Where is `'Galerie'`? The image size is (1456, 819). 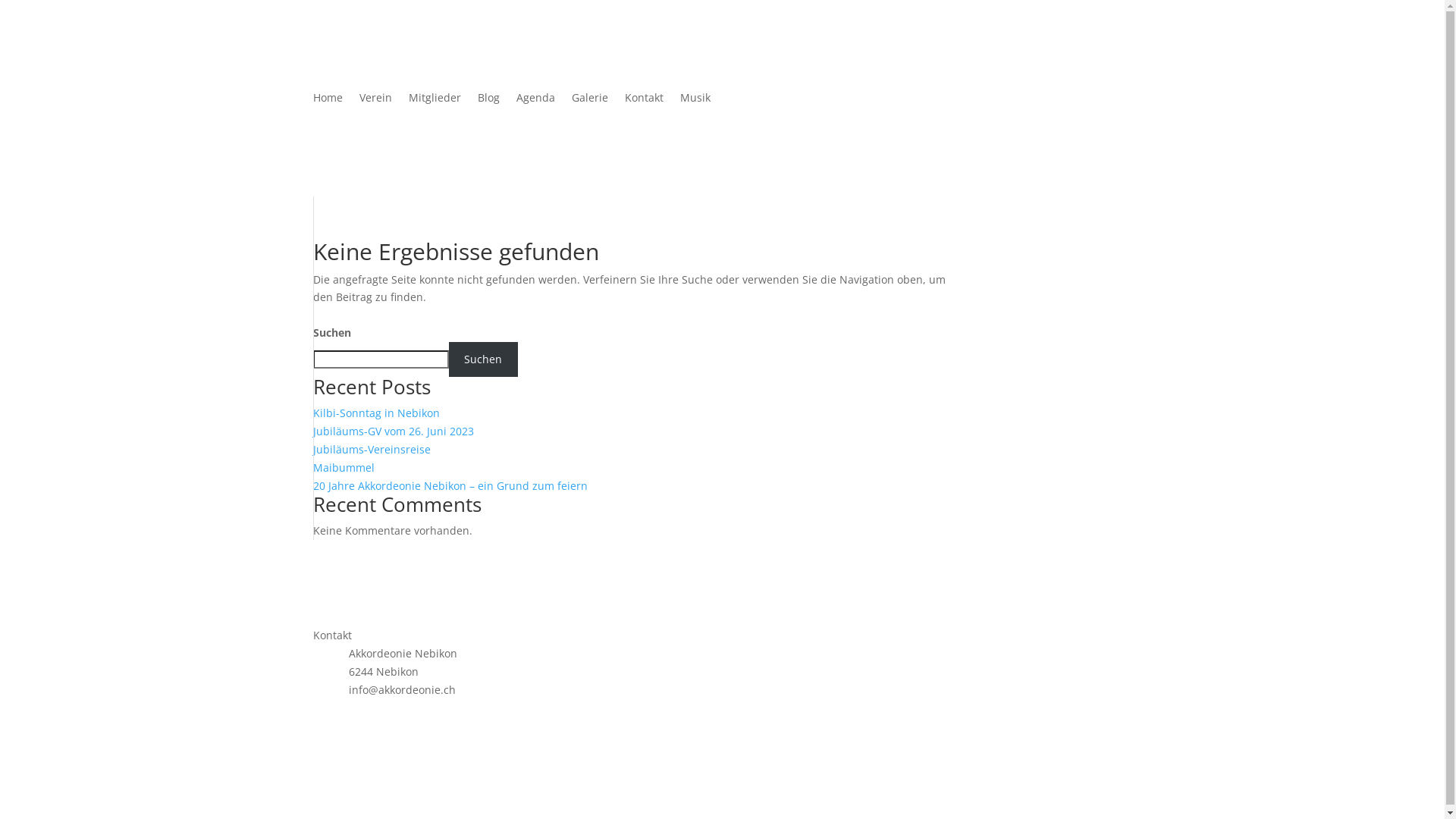 'Galerie' is located at coordinates (588, 100).